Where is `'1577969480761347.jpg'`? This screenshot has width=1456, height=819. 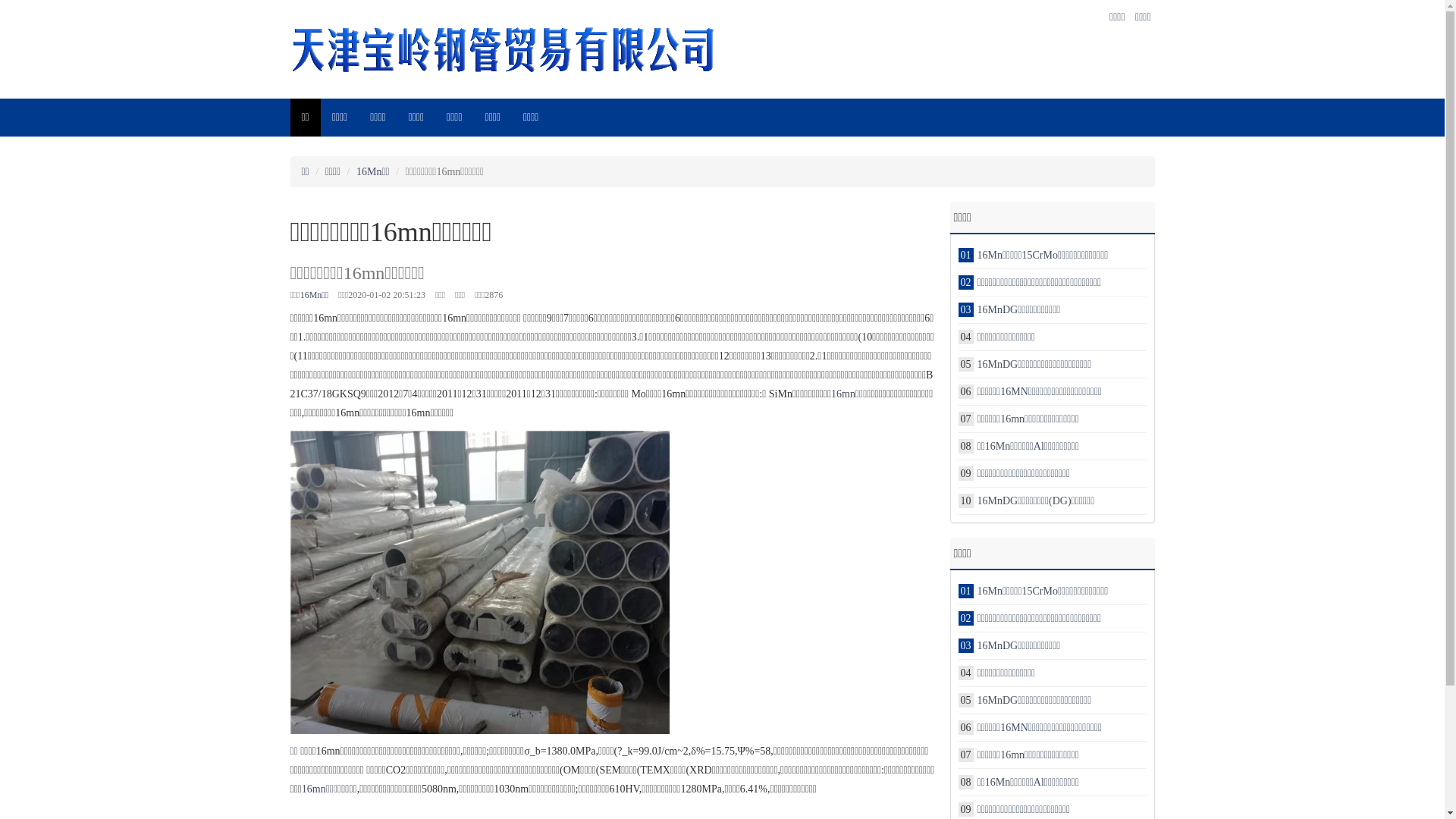
'1577969480761347.jpg' is located at coordinates (479, 581).